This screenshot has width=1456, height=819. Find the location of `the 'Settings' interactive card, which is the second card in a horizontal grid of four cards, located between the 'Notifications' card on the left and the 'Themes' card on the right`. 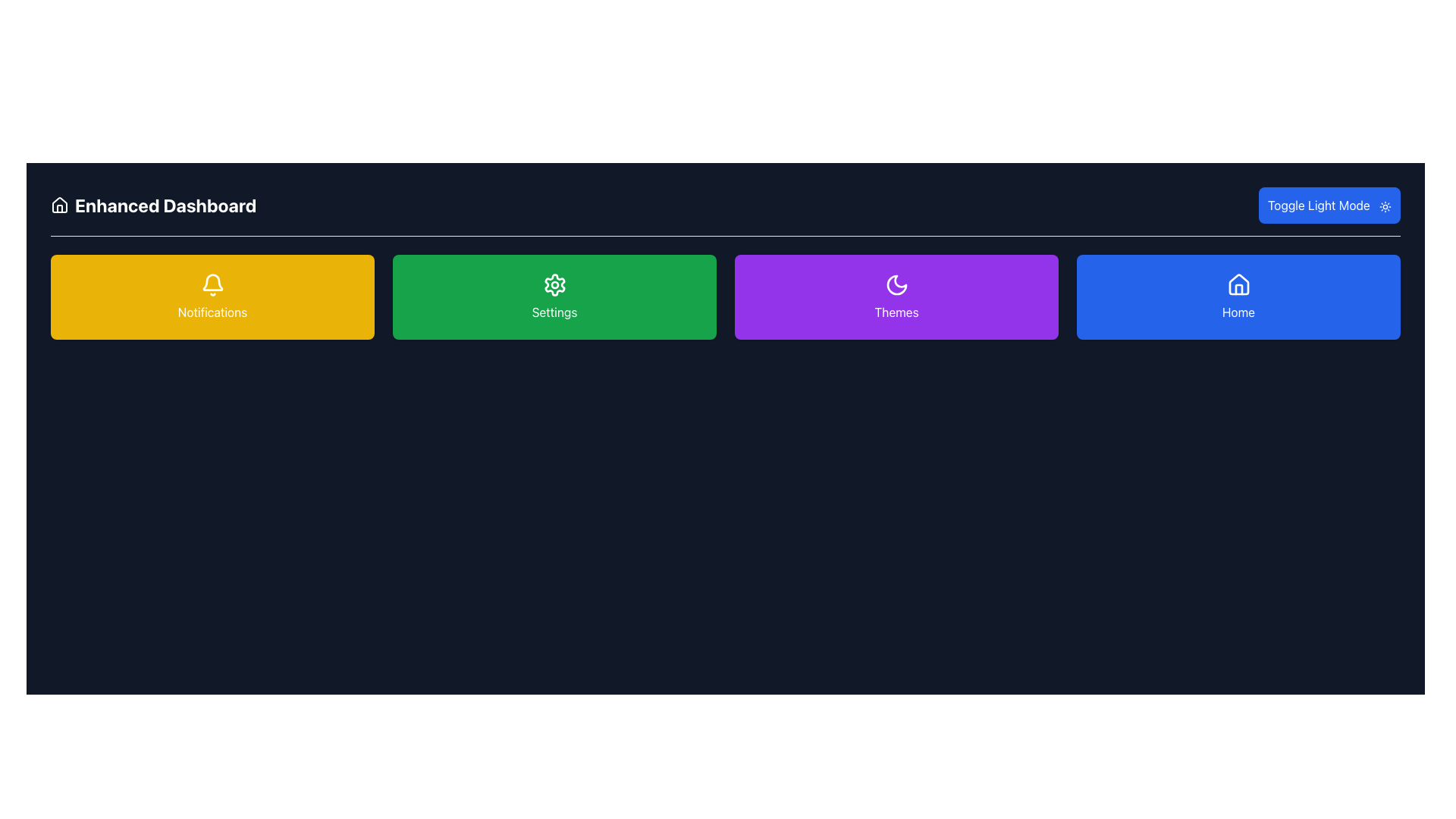

the 'Settings' interactive card, which is the second card in a horizontal grid of four cards, located between the 'Notifications' card on the left and the 'Themes' card on the right is located at coordinates (554, 297).